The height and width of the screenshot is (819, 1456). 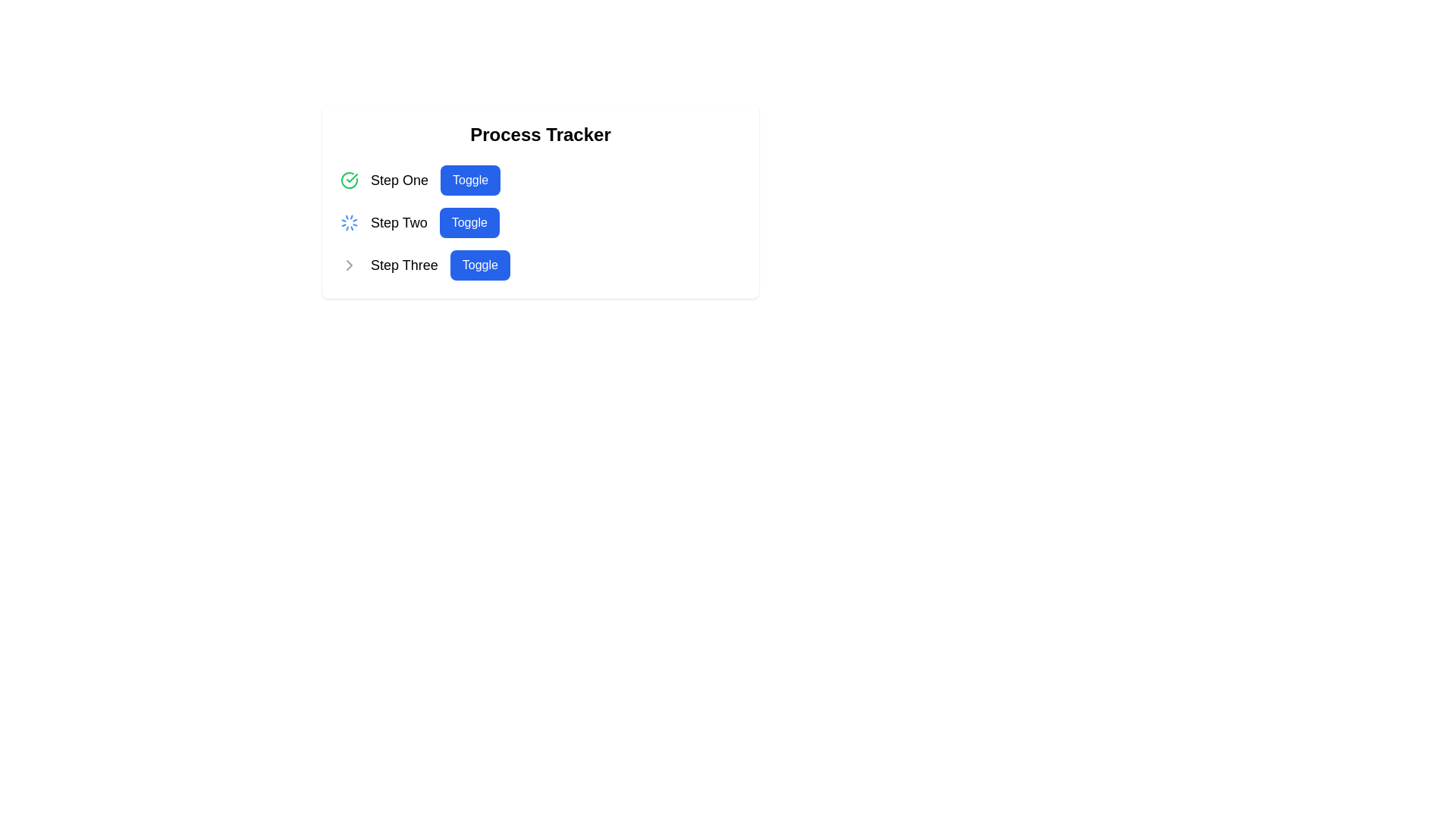 I want to click on the third step in the 'Process Tracker' list, so click(x=541, y=265).